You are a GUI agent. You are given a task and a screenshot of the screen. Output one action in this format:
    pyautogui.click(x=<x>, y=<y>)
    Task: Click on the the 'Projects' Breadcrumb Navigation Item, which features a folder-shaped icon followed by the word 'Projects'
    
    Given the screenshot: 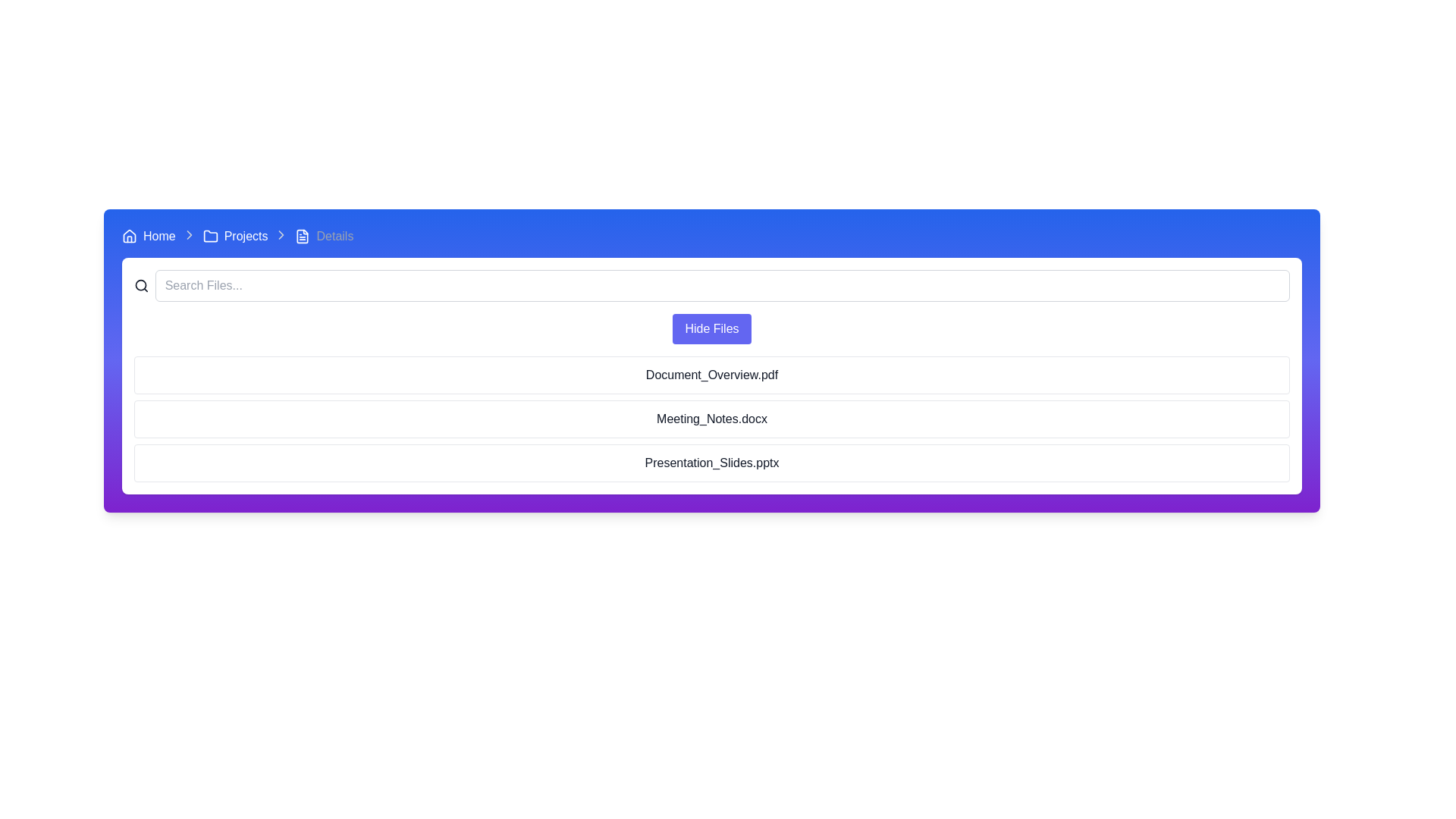 What is the action you would take?
    pyautogui.click(x=234, y=237)
    